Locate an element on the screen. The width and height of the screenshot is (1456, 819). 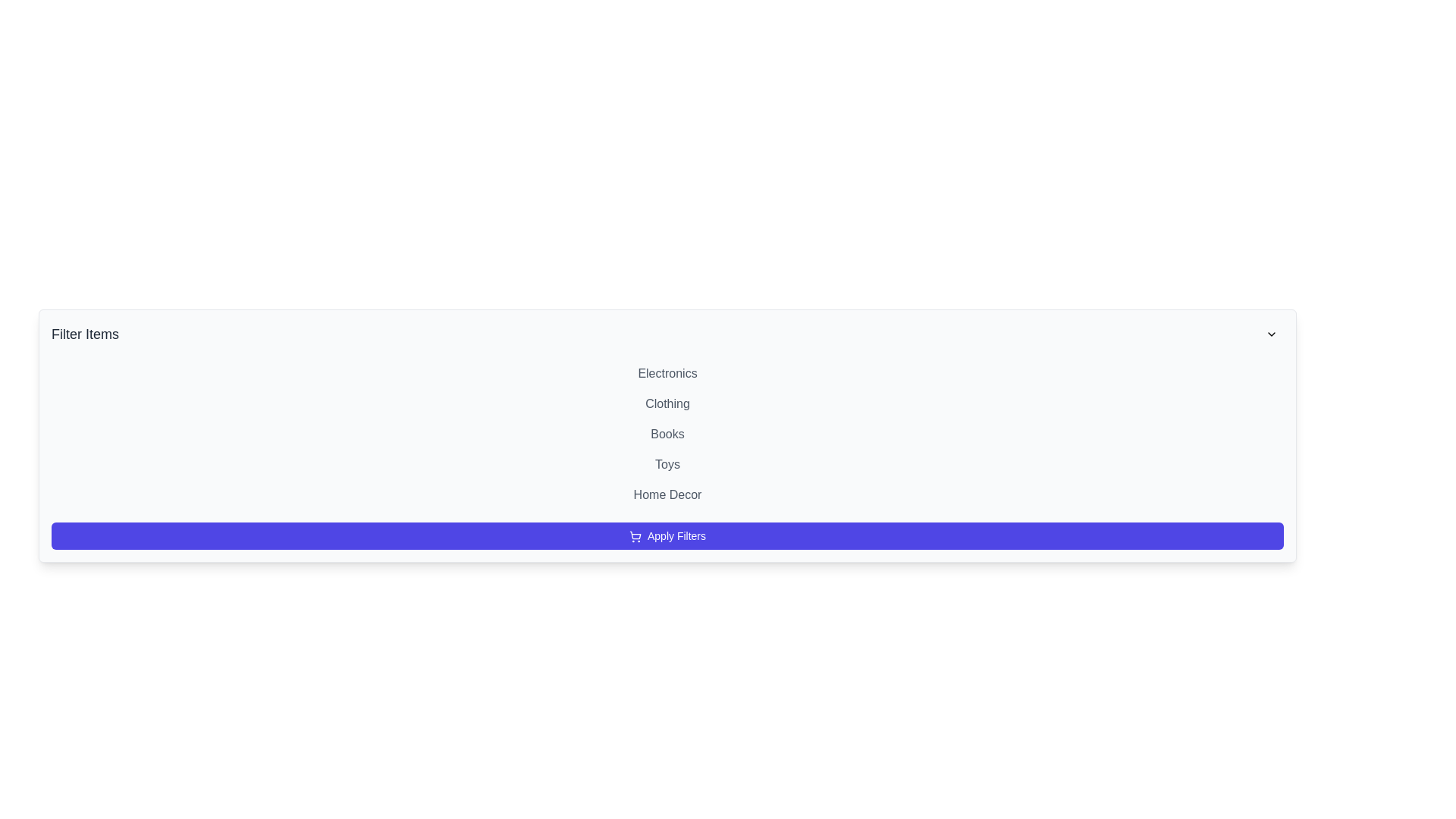
the 'Home Decor' menu item to change its background color, which is the last item in the vertical list of menu items is located at coordinates (667, 494).